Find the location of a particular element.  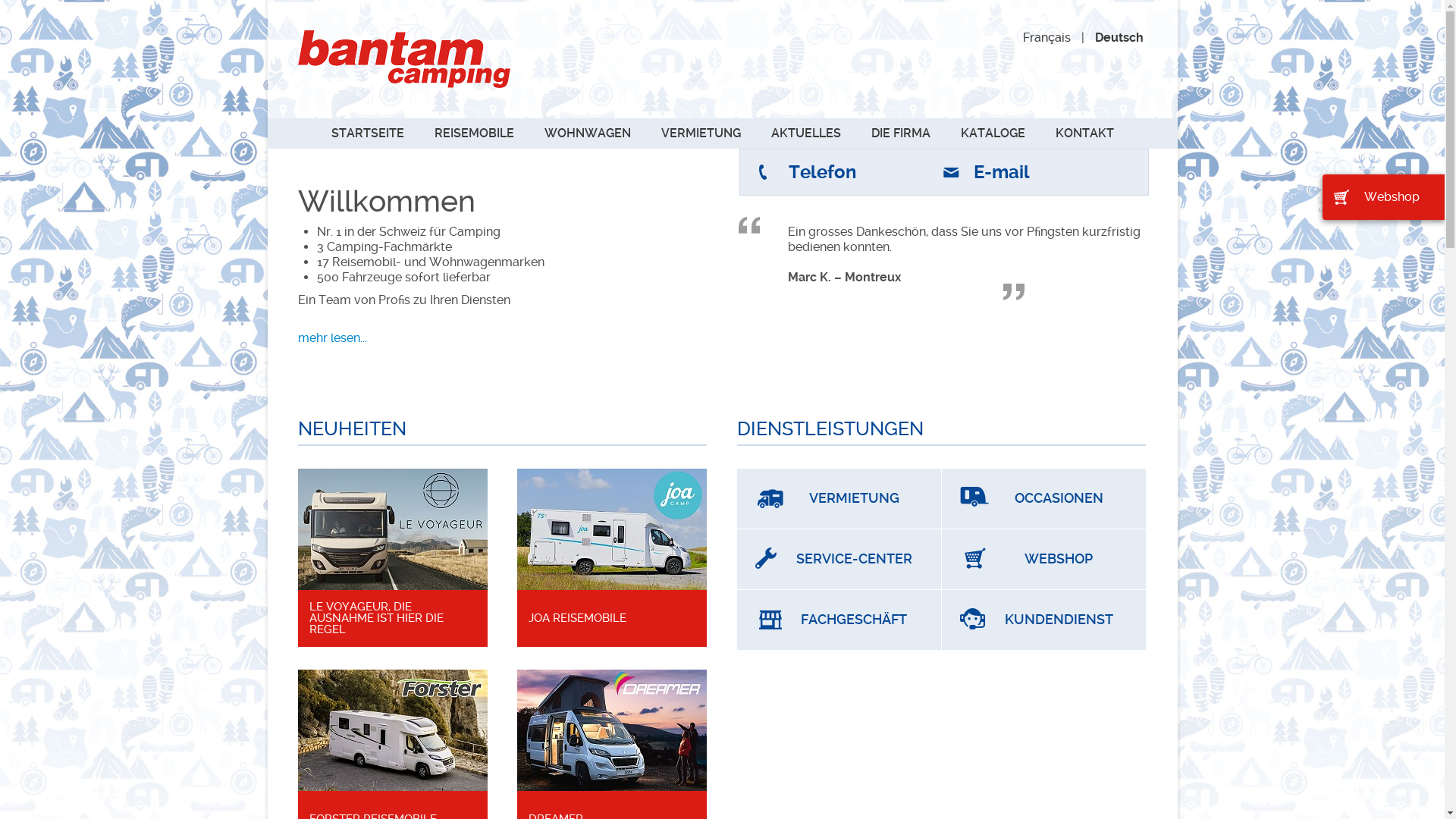

'Telefon' is located at coordinates (821, 171).